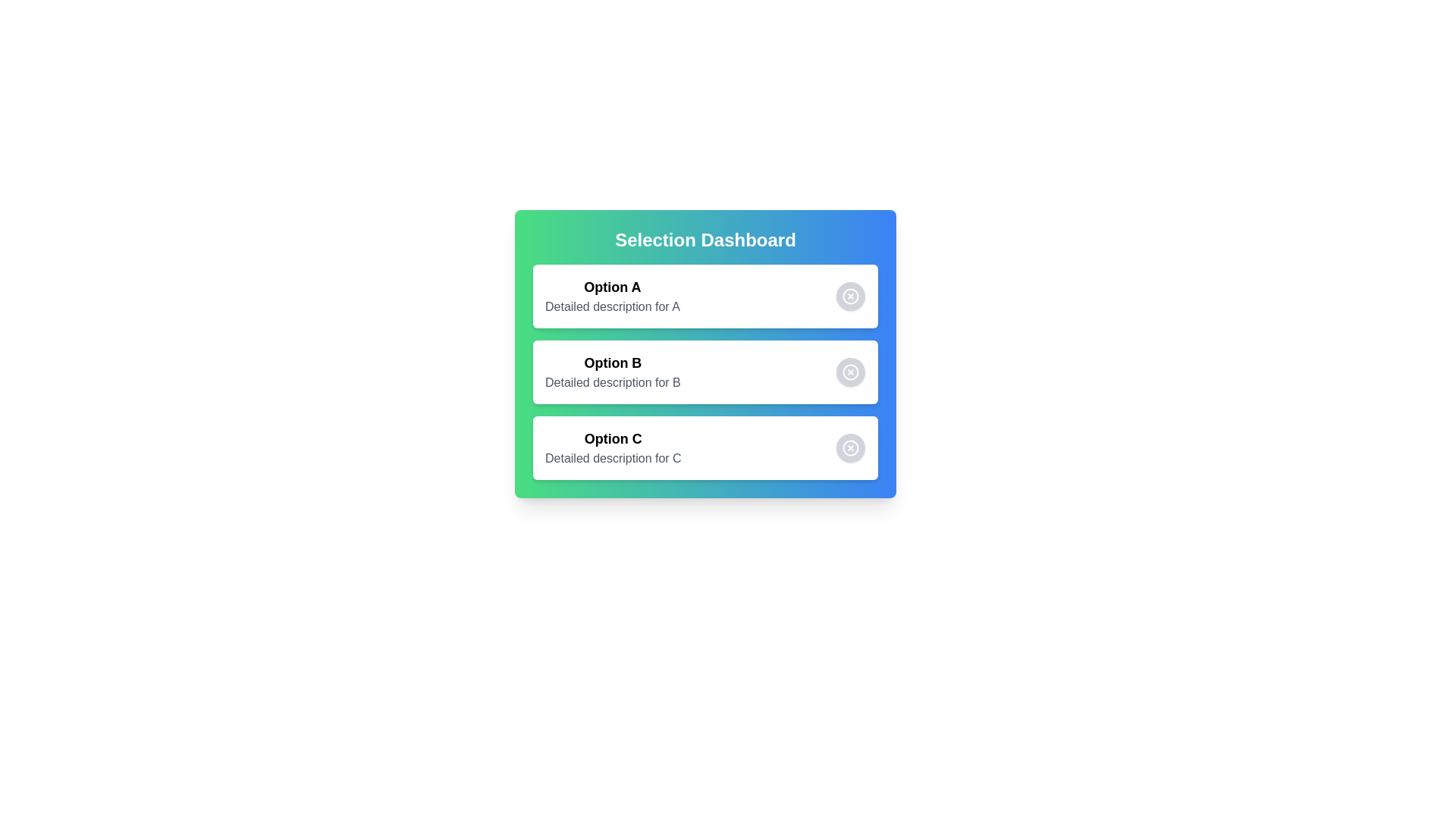 This screenshot has width=1456, height=819. What do you see at coordinates (851, 296) in the screenshot?
I see `the choice corresponding to Option A by clicking its button` at bounding box center [851, 296].